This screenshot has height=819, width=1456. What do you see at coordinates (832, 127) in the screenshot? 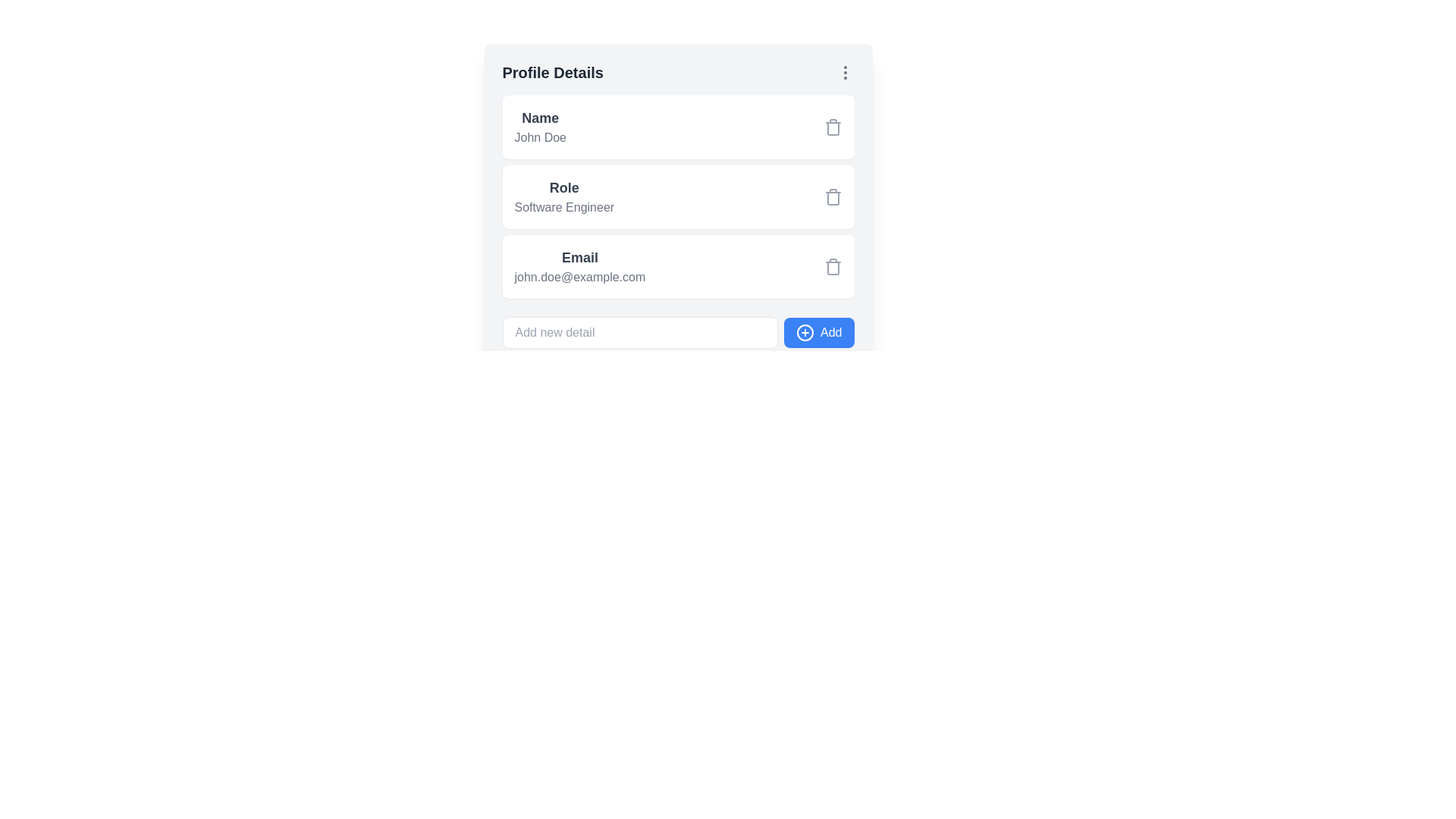
I see `the gray trash icon button located on the far-right end of the 'Name' entry section` at bounding box center [832, 127].